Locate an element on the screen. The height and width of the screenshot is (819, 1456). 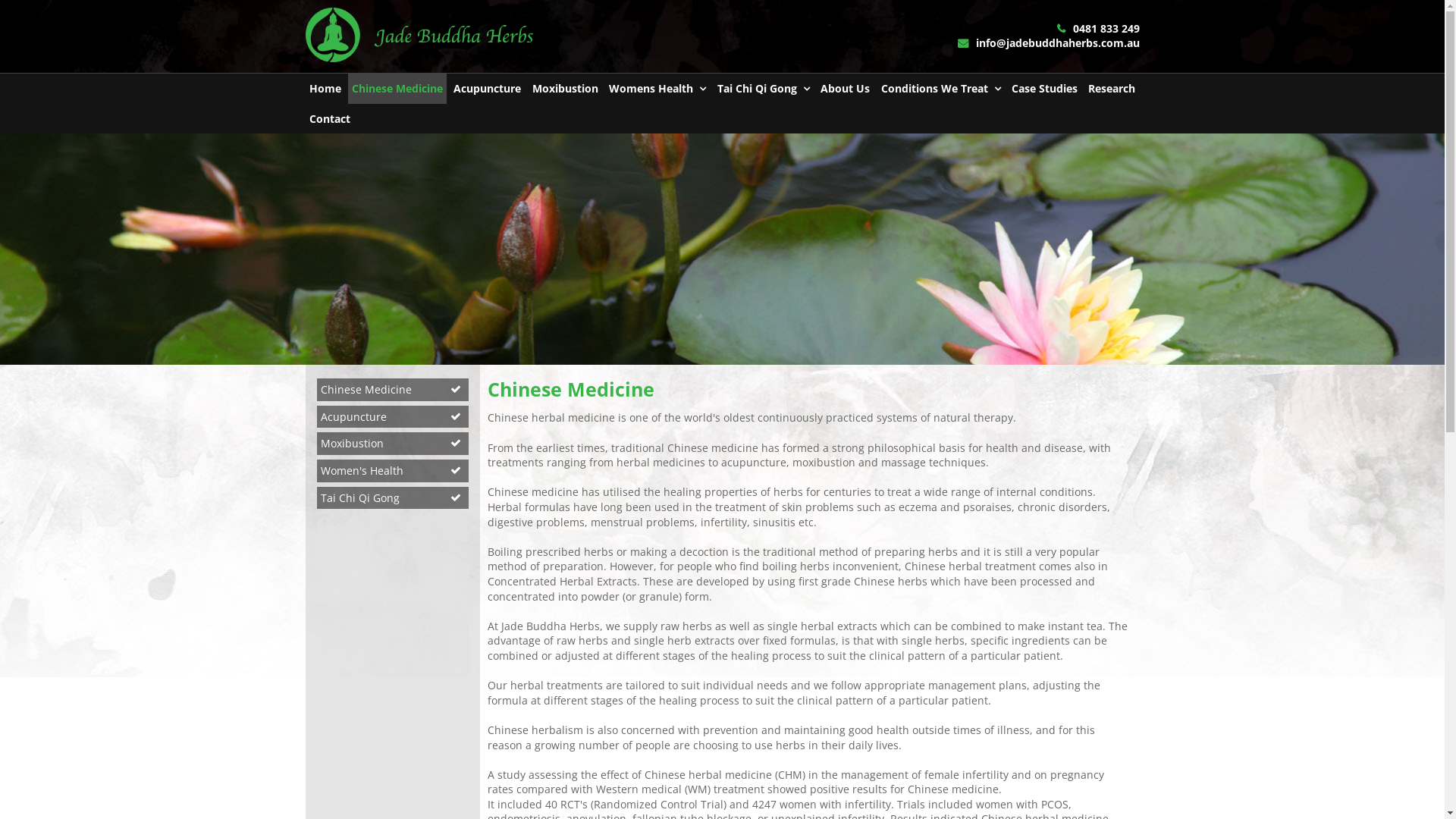
'Moxibustion' is located at coordinates (564, 88).